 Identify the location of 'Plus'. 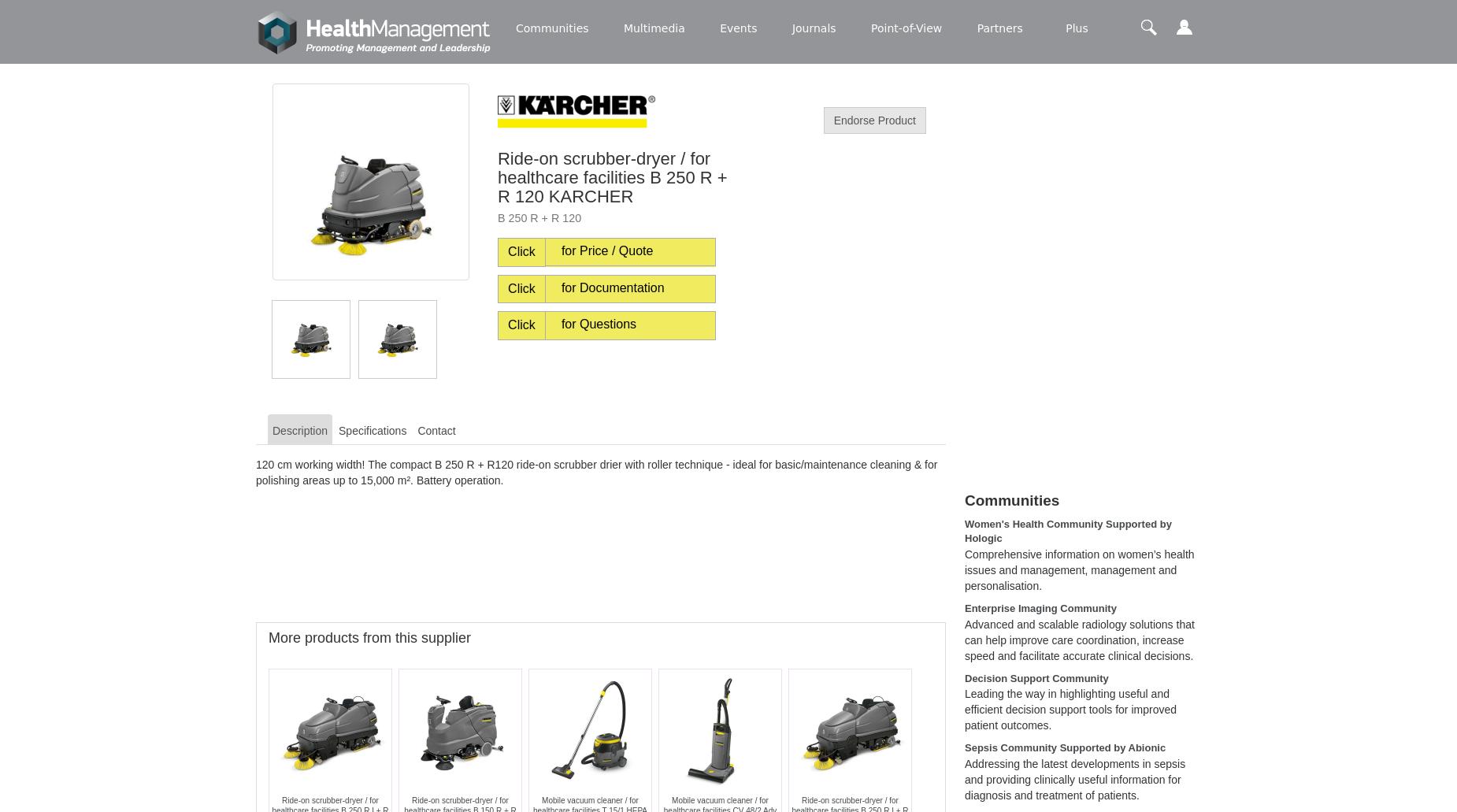
(1065, 28).